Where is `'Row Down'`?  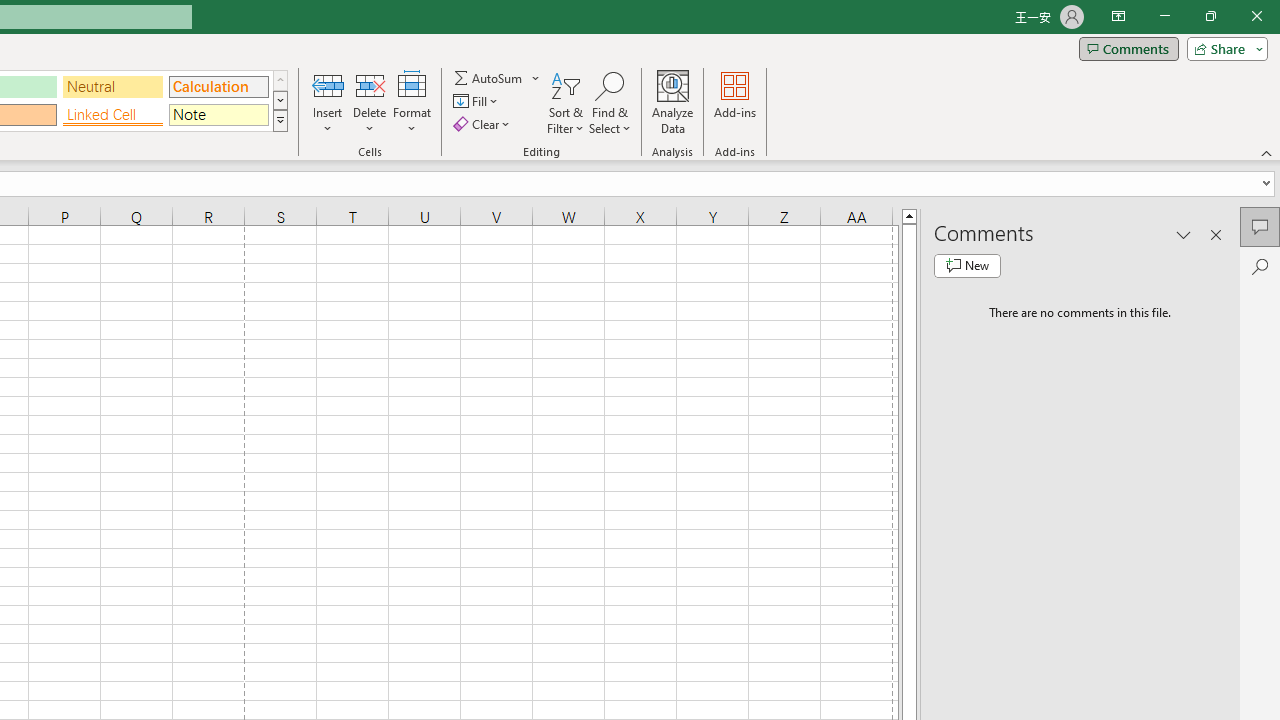
'Row Down' is located at coordinates (279, 100).